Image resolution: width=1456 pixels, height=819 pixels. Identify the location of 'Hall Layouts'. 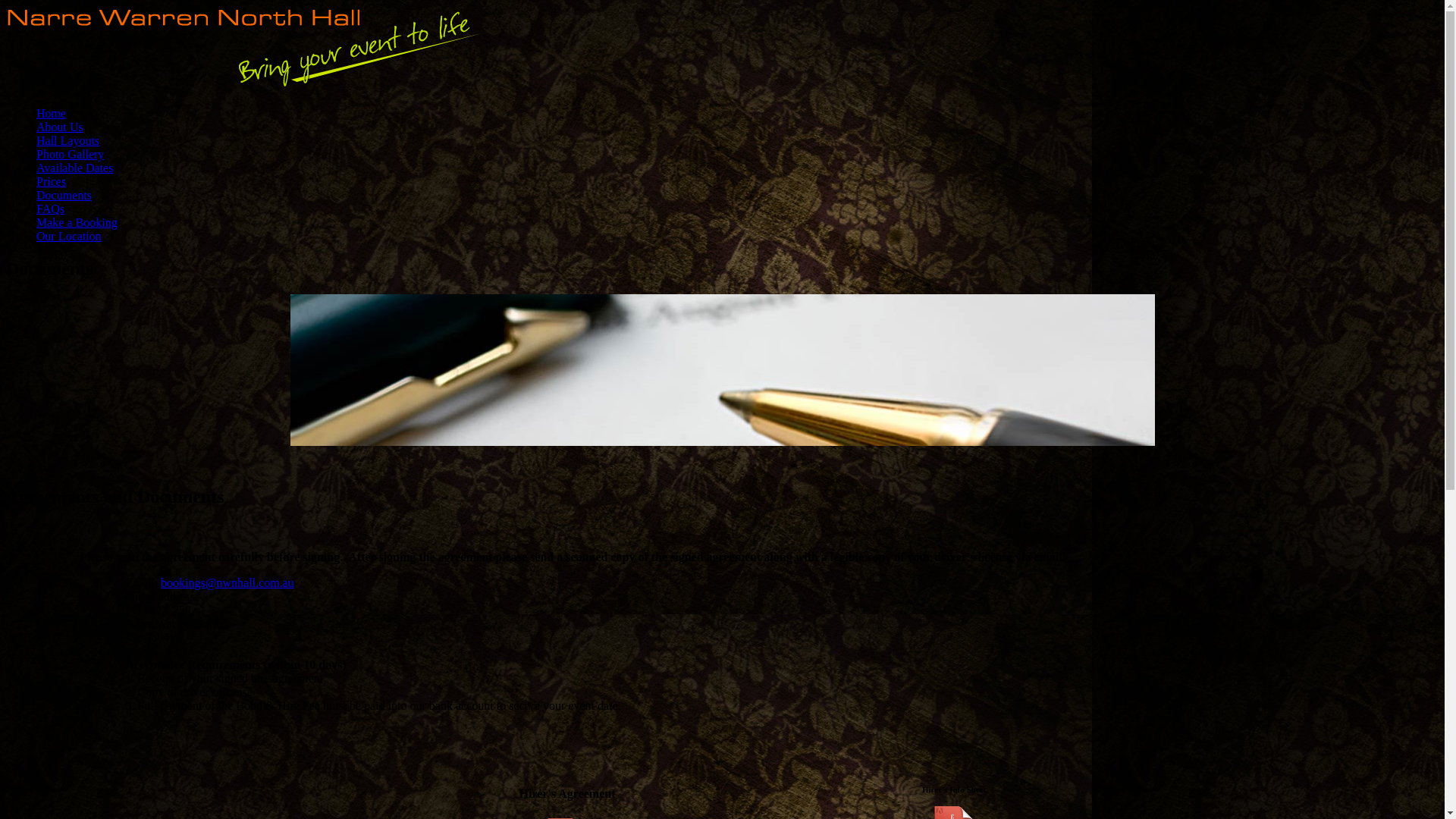
(36, 140).